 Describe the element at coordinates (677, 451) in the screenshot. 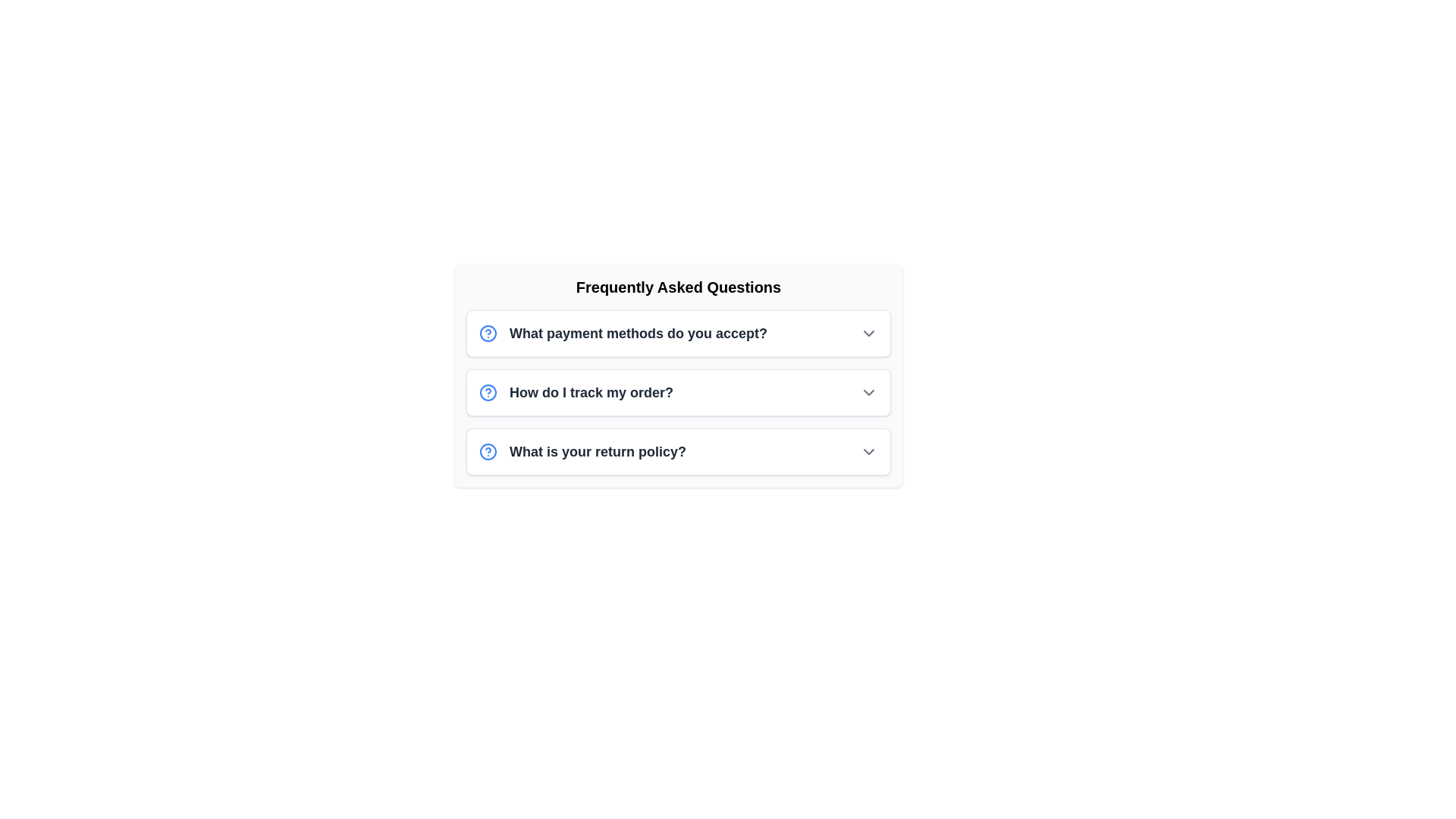

I see `the third item in the FAQ section` at that location.